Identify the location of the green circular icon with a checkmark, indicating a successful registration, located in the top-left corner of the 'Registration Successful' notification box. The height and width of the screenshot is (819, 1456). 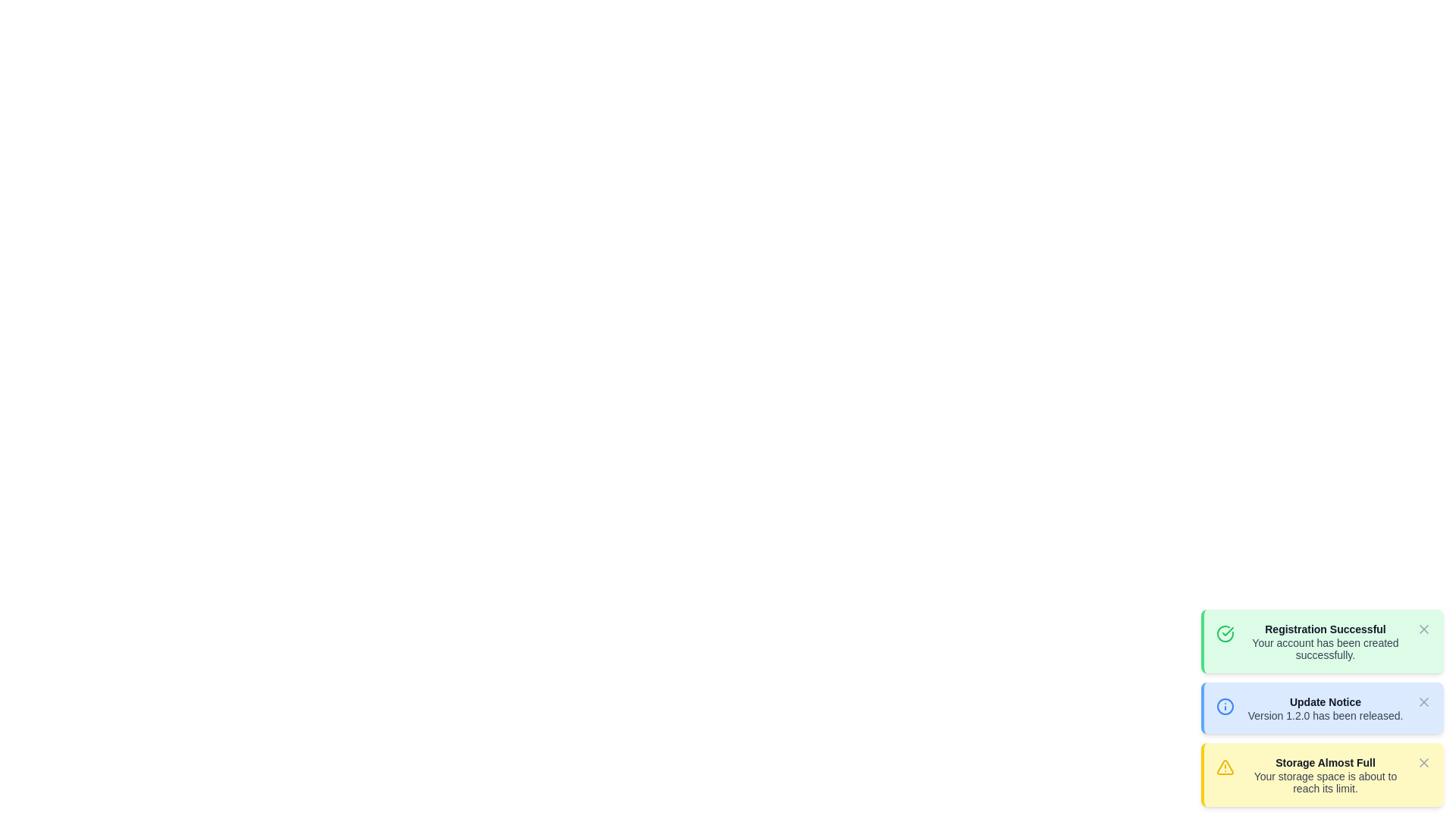
(1225, 632).